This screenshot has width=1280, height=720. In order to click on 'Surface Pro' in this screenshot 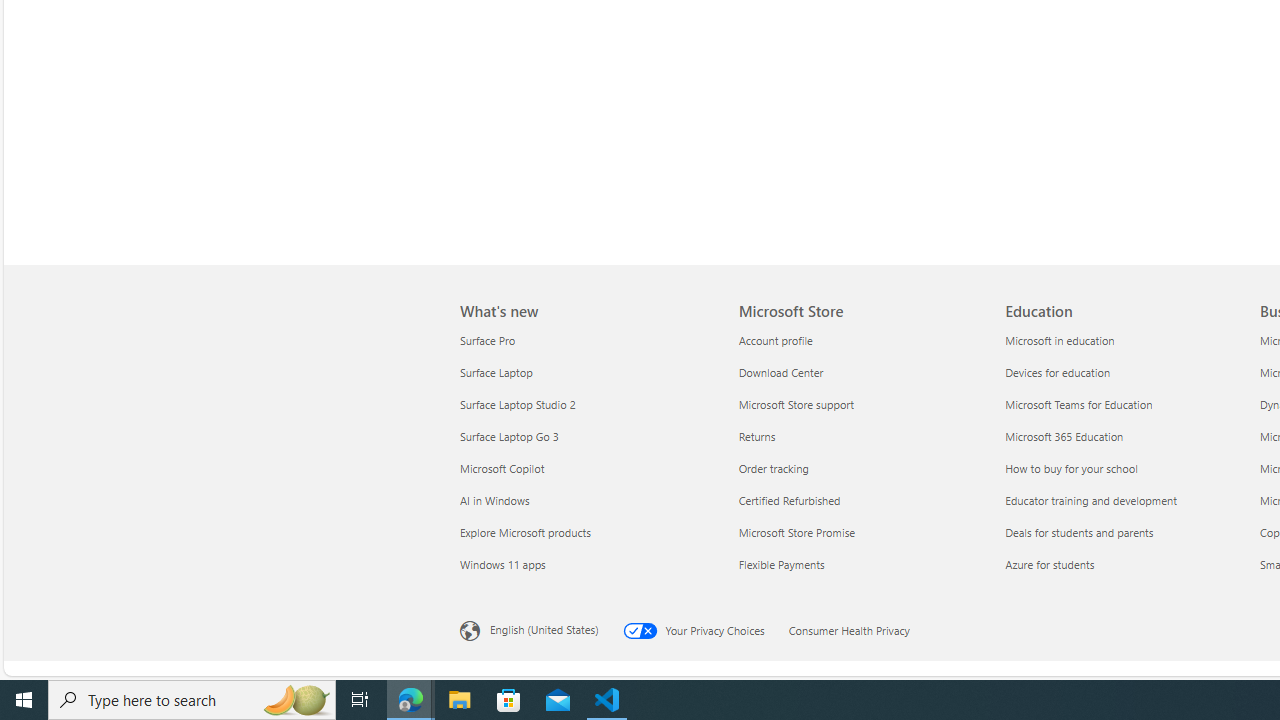, I will do `click(586, 339)`.